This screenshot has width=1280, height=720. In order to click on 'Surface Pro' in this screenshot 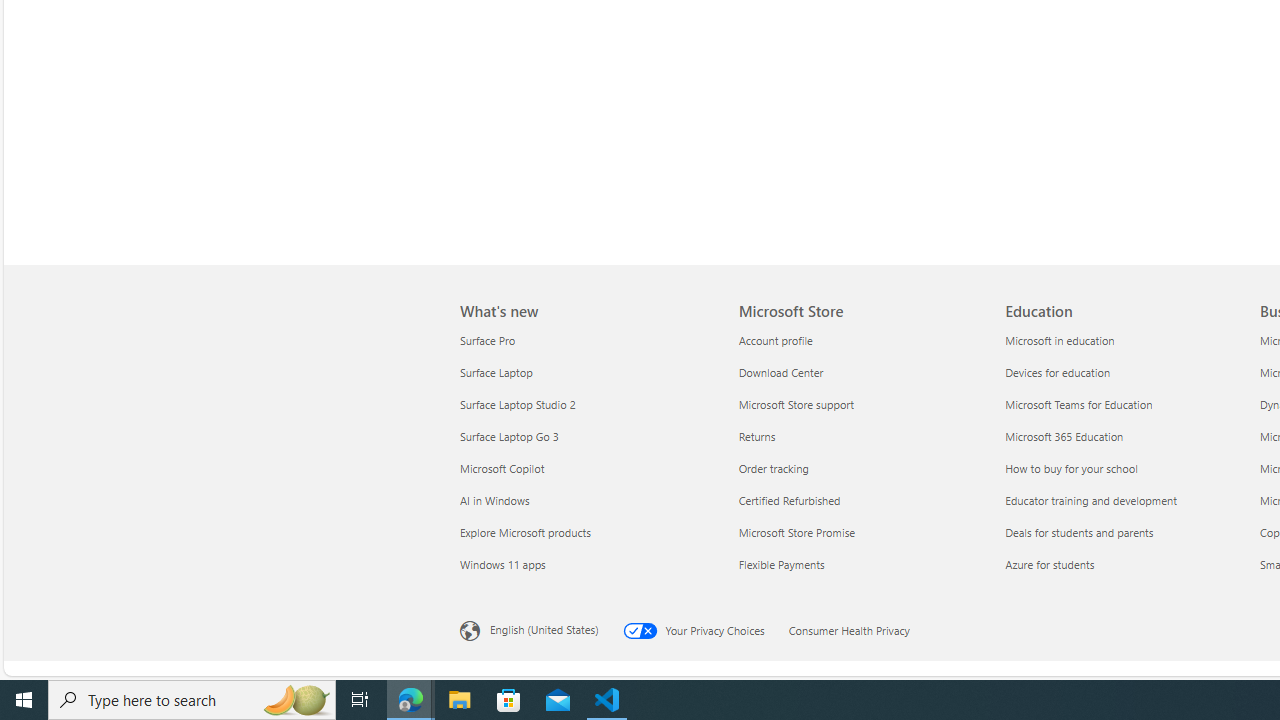, I will do `click(586, 339)`.